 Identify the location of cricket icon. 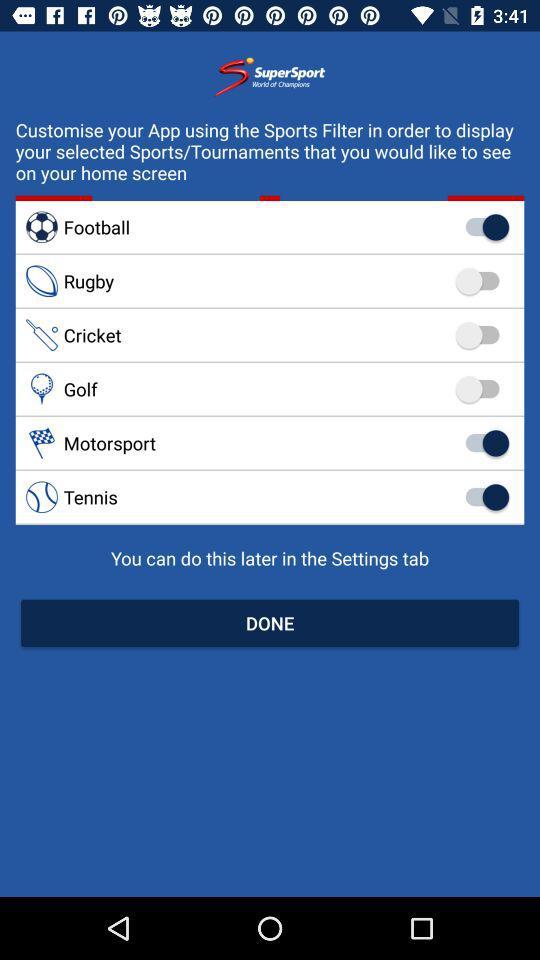
(270, 335).